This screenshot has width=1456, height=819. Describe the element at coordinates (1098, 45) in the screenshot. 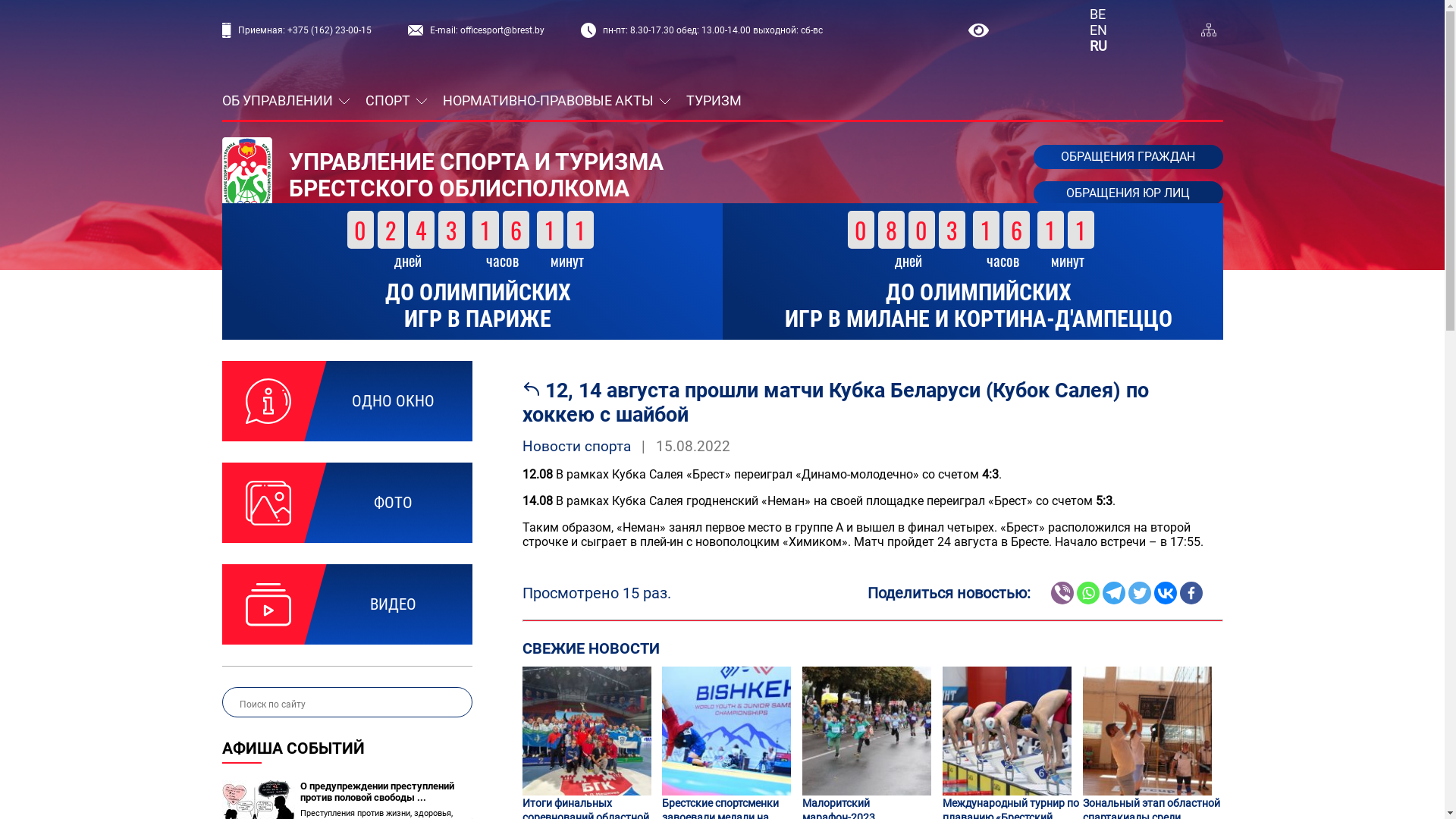

I see `'RU'` at that location.